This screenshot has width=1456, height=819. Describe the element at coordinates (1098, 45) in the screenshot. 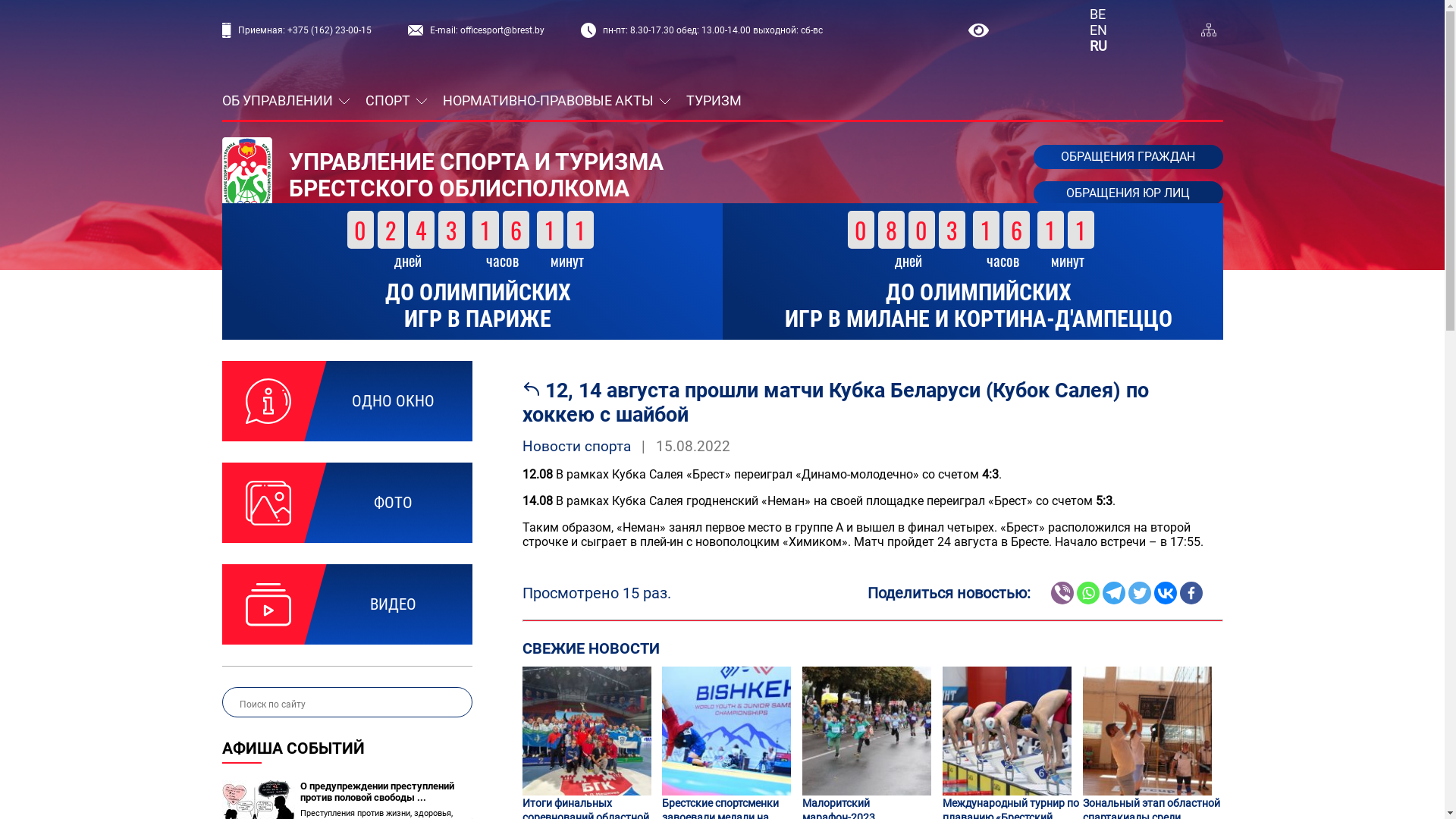

I see `'RU'` at that location.